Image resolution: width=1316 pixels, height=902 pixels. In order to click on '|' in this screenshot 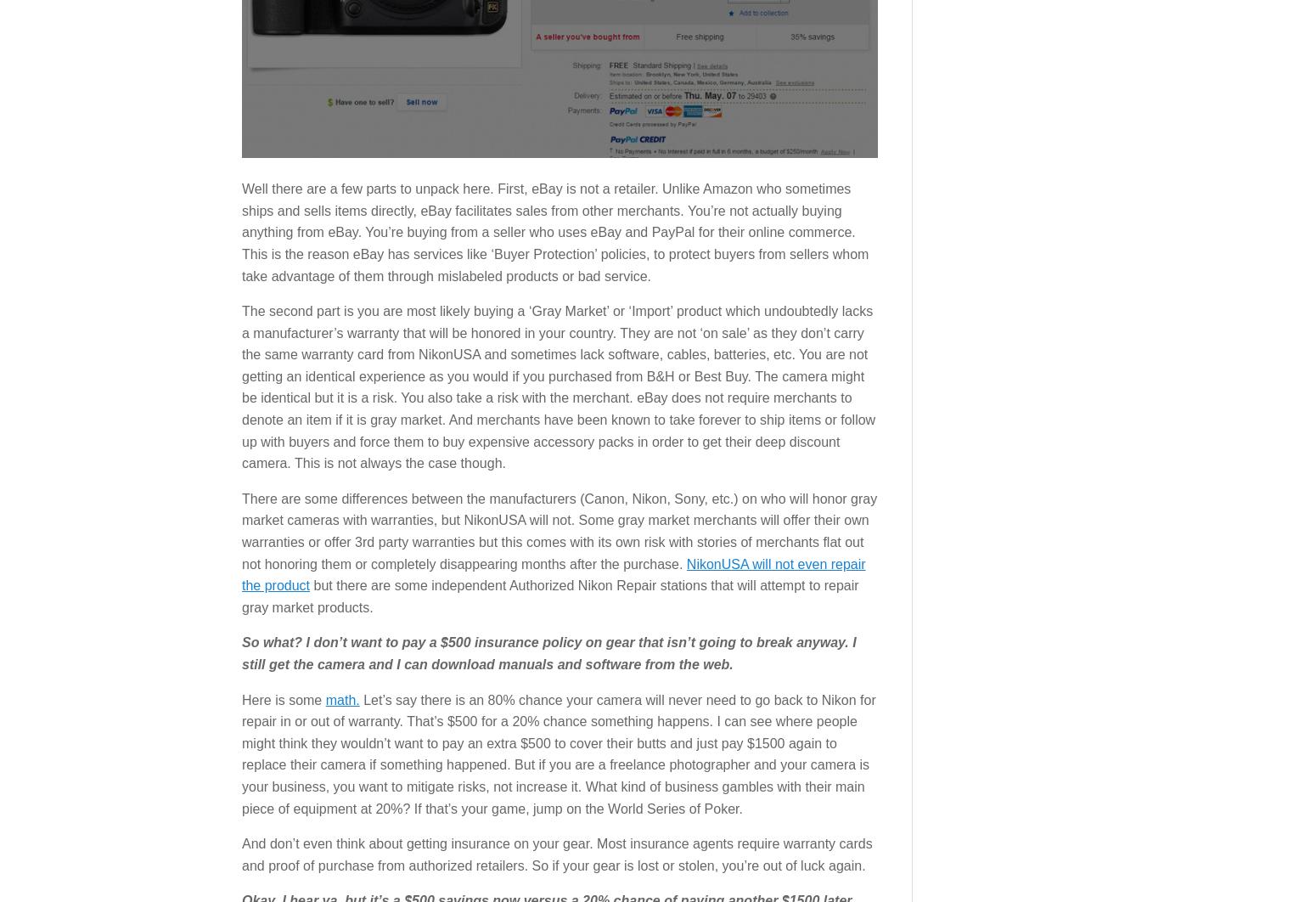, I will do `click(976, 514)`.